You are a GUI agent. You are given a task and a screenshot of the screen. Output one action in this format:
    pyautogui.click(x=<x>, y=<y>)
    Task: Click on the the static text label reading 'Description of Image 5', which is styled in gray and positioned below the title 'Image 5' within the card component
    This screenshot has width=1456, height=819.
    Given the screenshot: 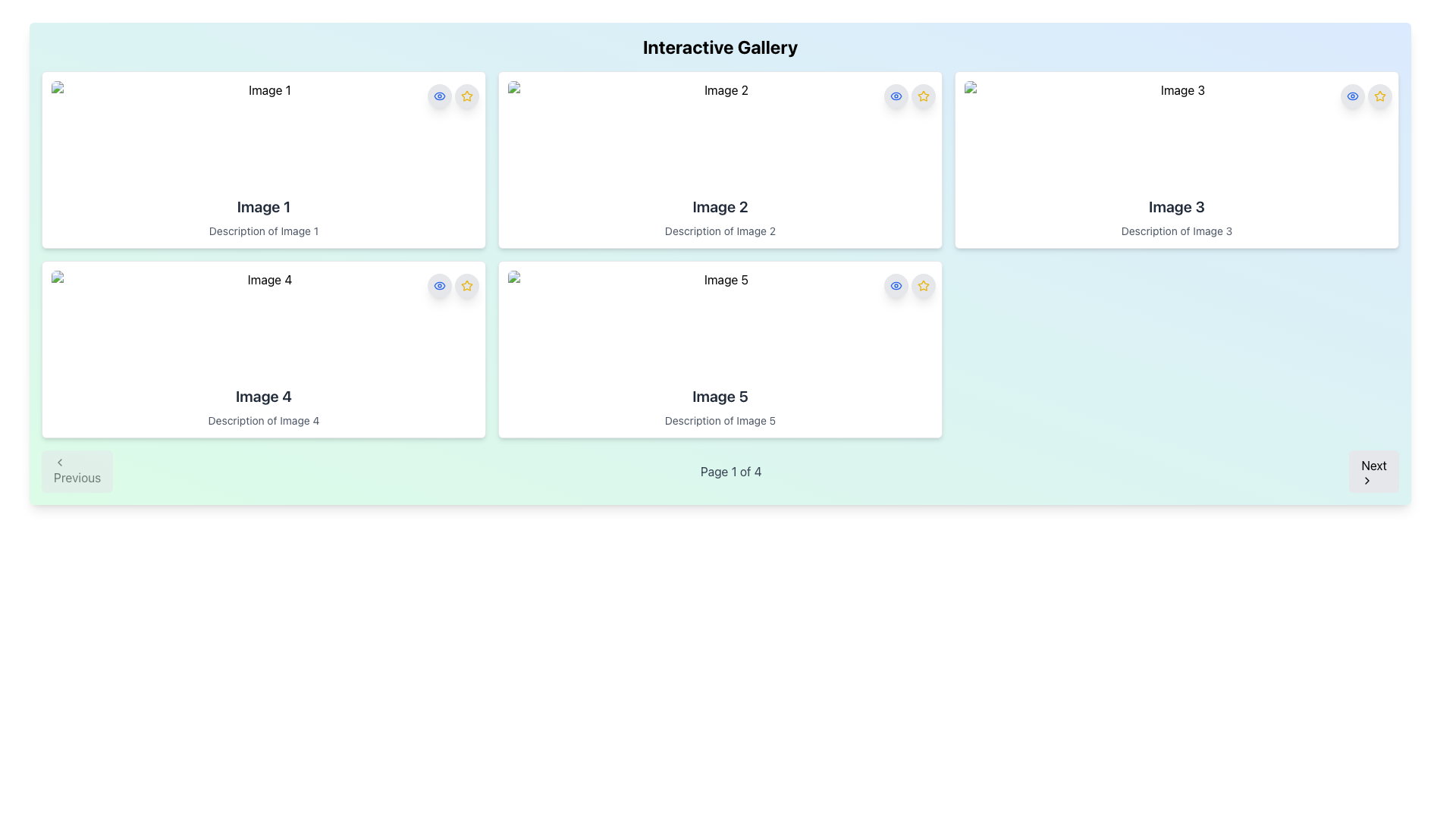 What is the action you would take?
    pyautogui.click(x=720, y=421)
    